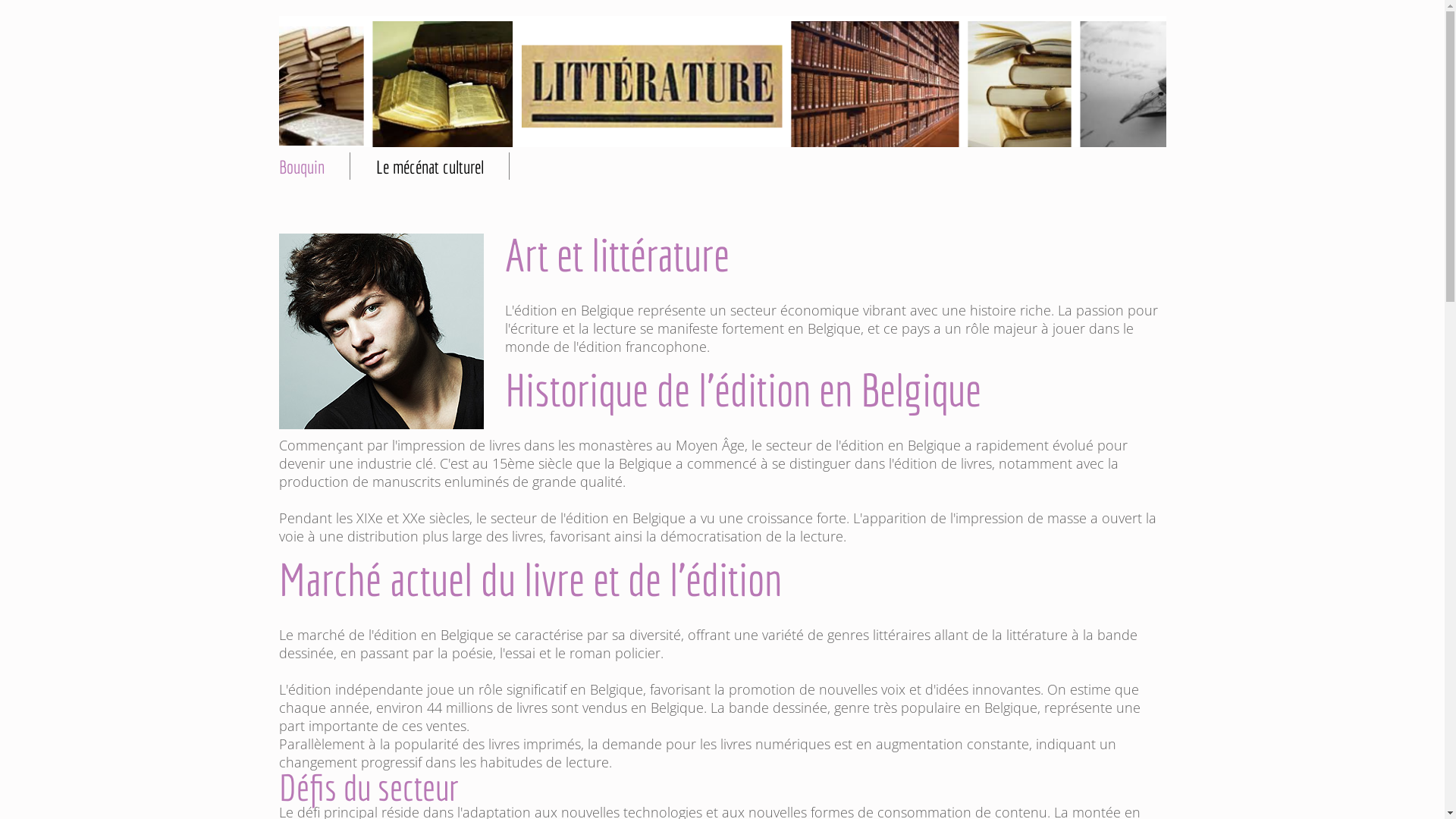  Describe the element at coordinates (302, 166) in the screenshot. I see `'Bouquin'` at that location.